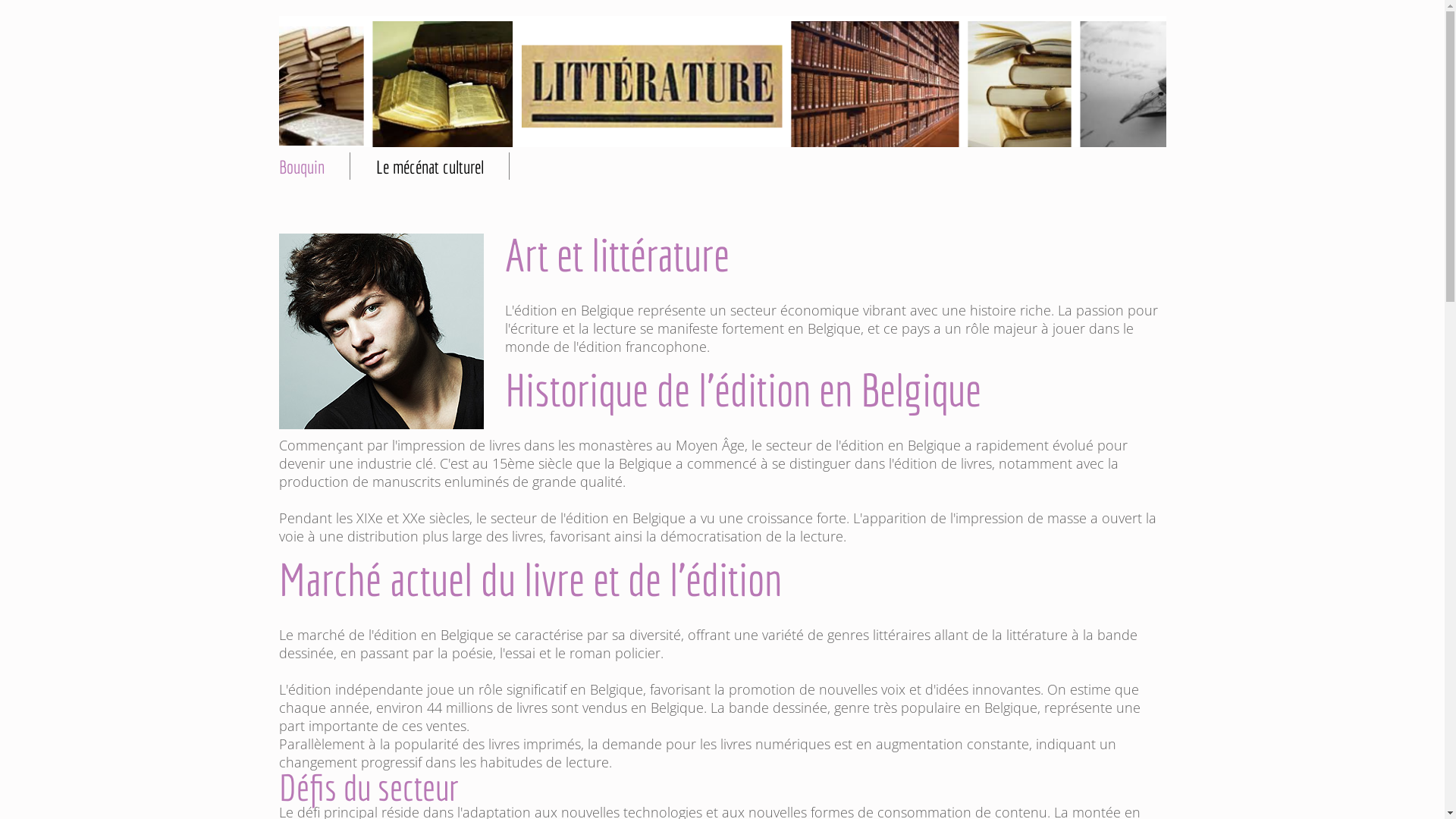  Describe the element at coordinates (302, 166) in the screenshot. I see `'Bouquin'` at that location.